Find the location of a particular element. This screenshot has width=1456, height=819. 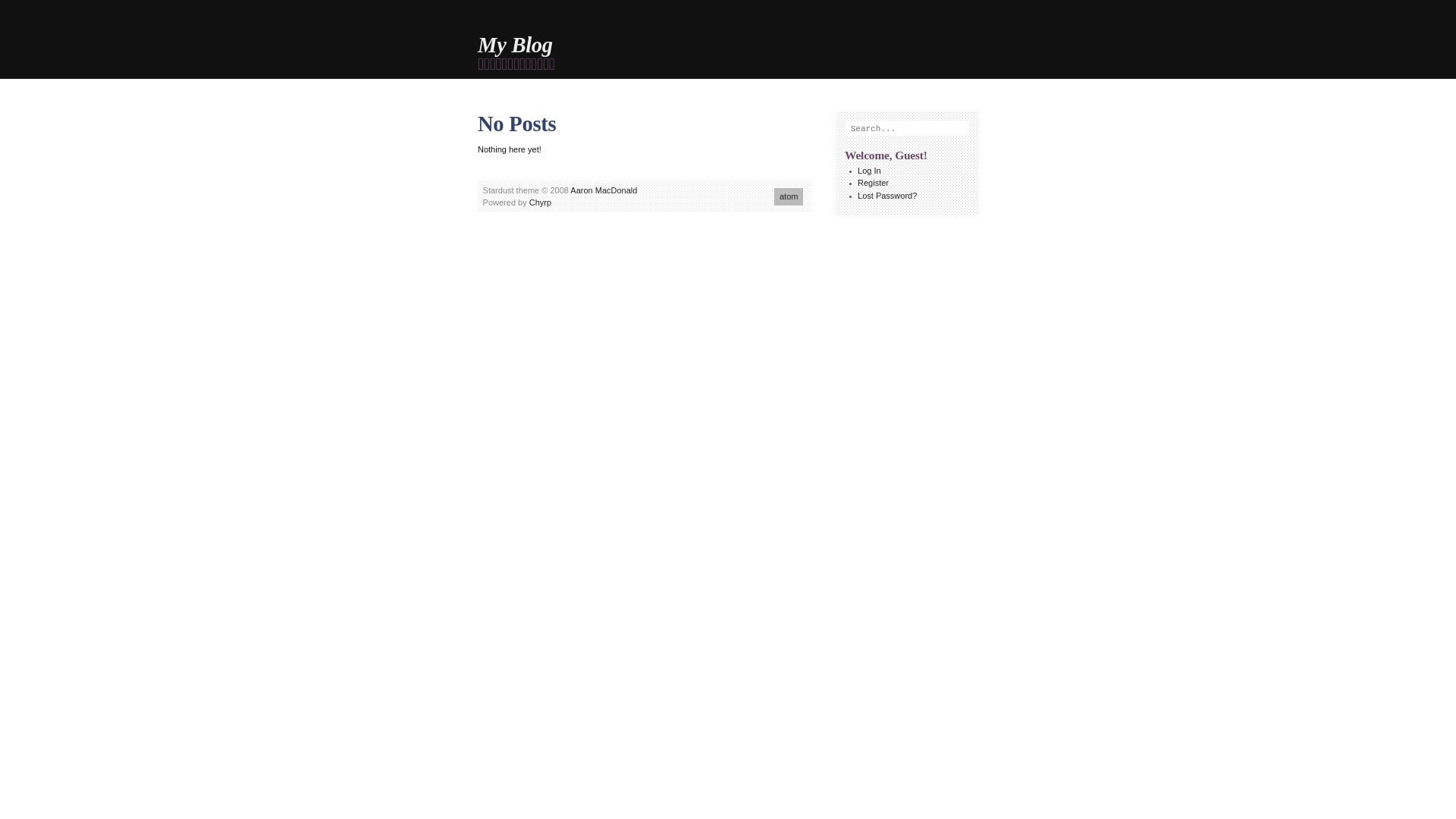

'atom' is located at coordinates (789, 196).